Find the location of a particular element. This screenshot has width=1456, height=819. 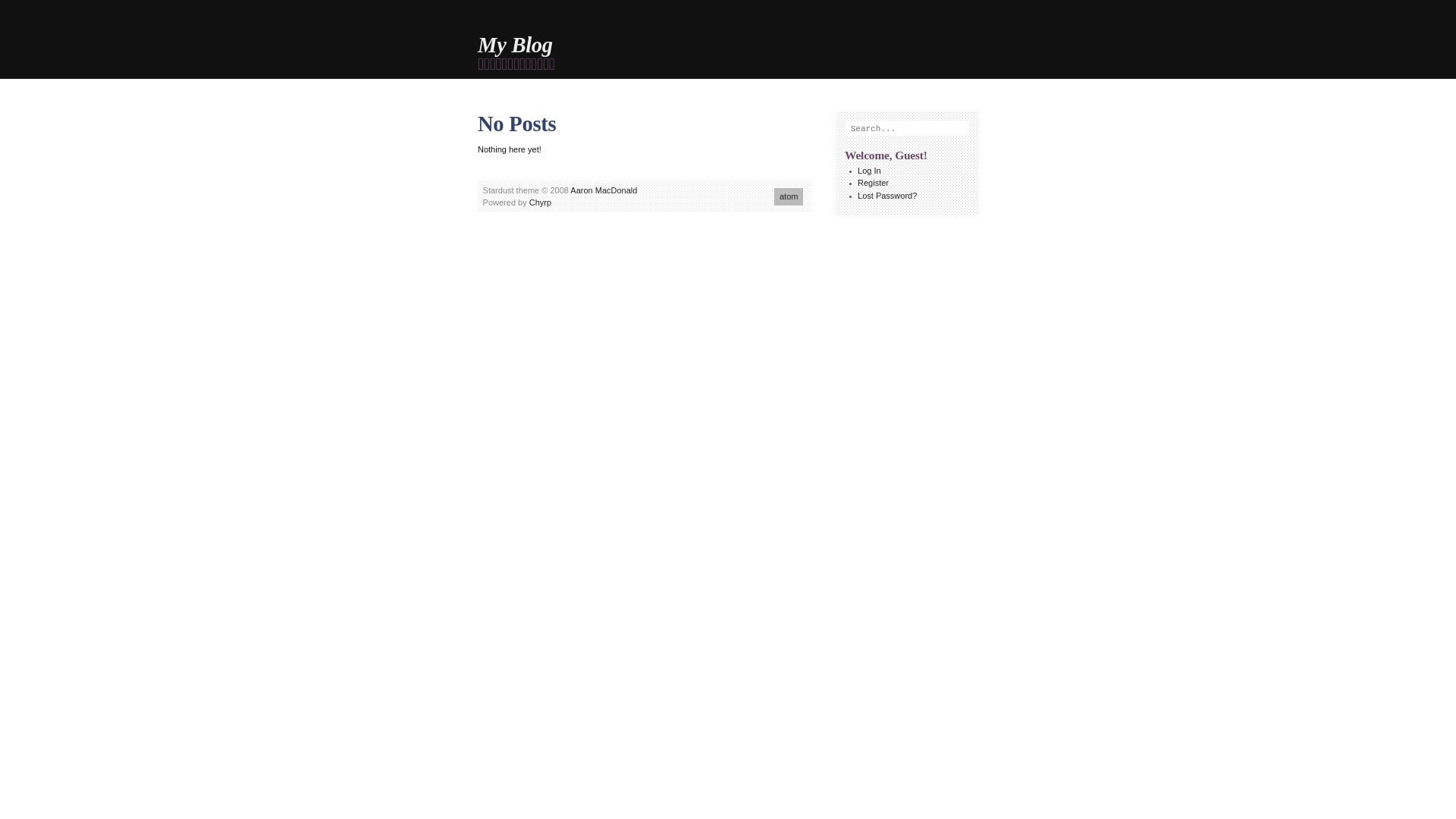

'atom' is located at coordinates (789, 196).